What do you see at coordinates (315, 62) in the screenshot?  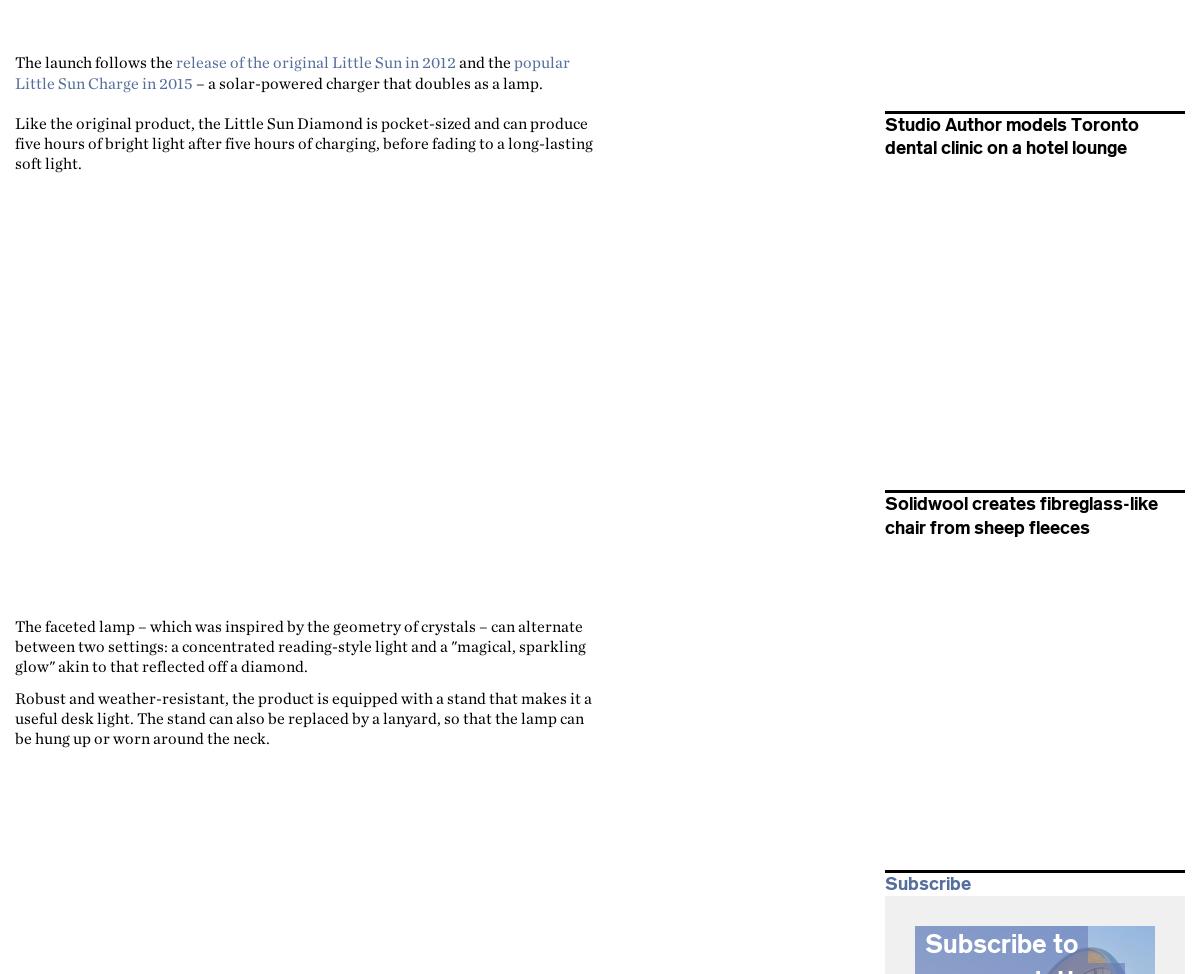 I see `'release of the original Little Sun in 2012'` at bounding box center [315, 62].